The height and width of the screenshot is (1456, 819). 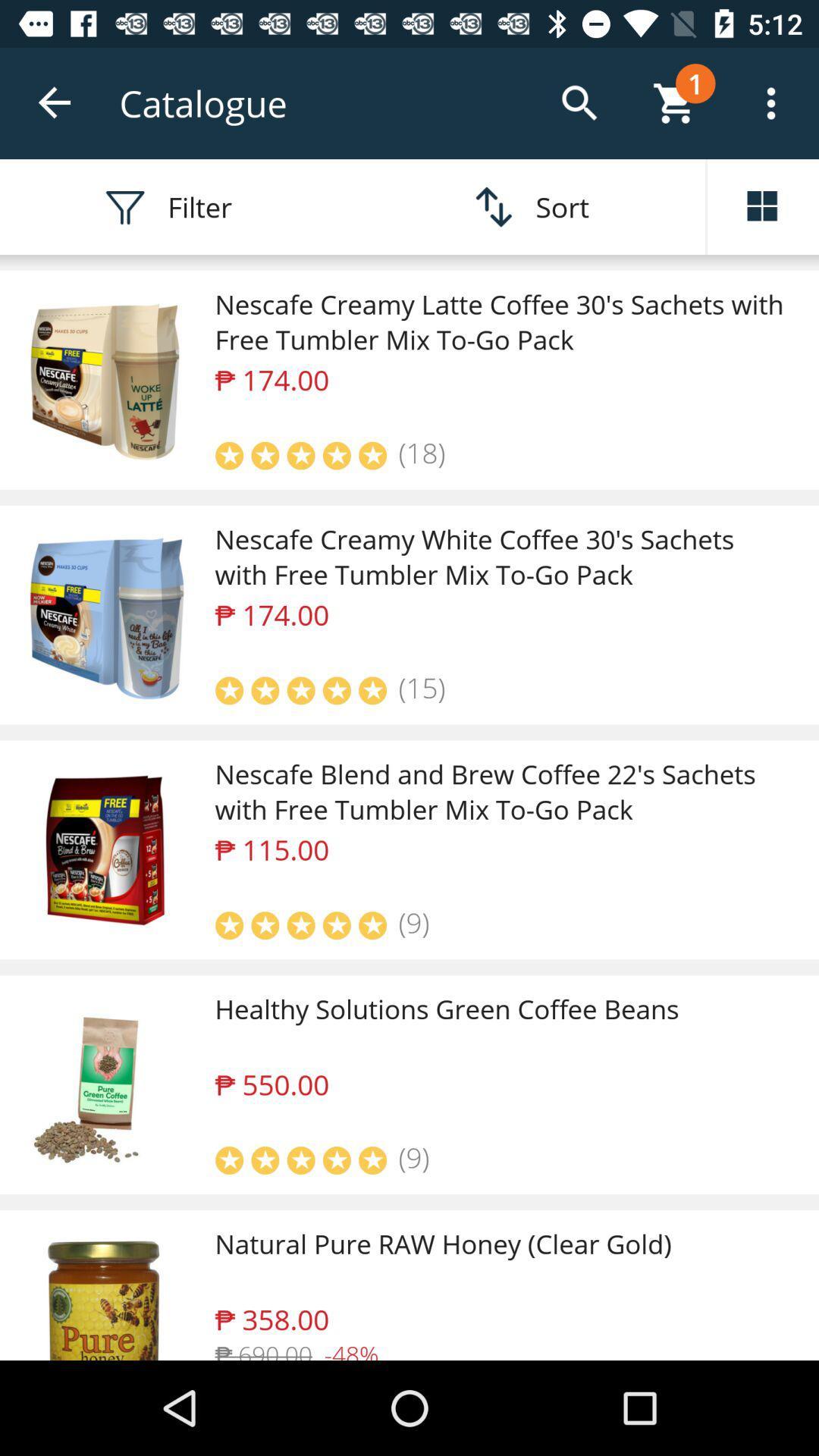 What do you see at coordinates (763, 206) in the screenshot?
I see `options menu` at bounding box center [763, 206].